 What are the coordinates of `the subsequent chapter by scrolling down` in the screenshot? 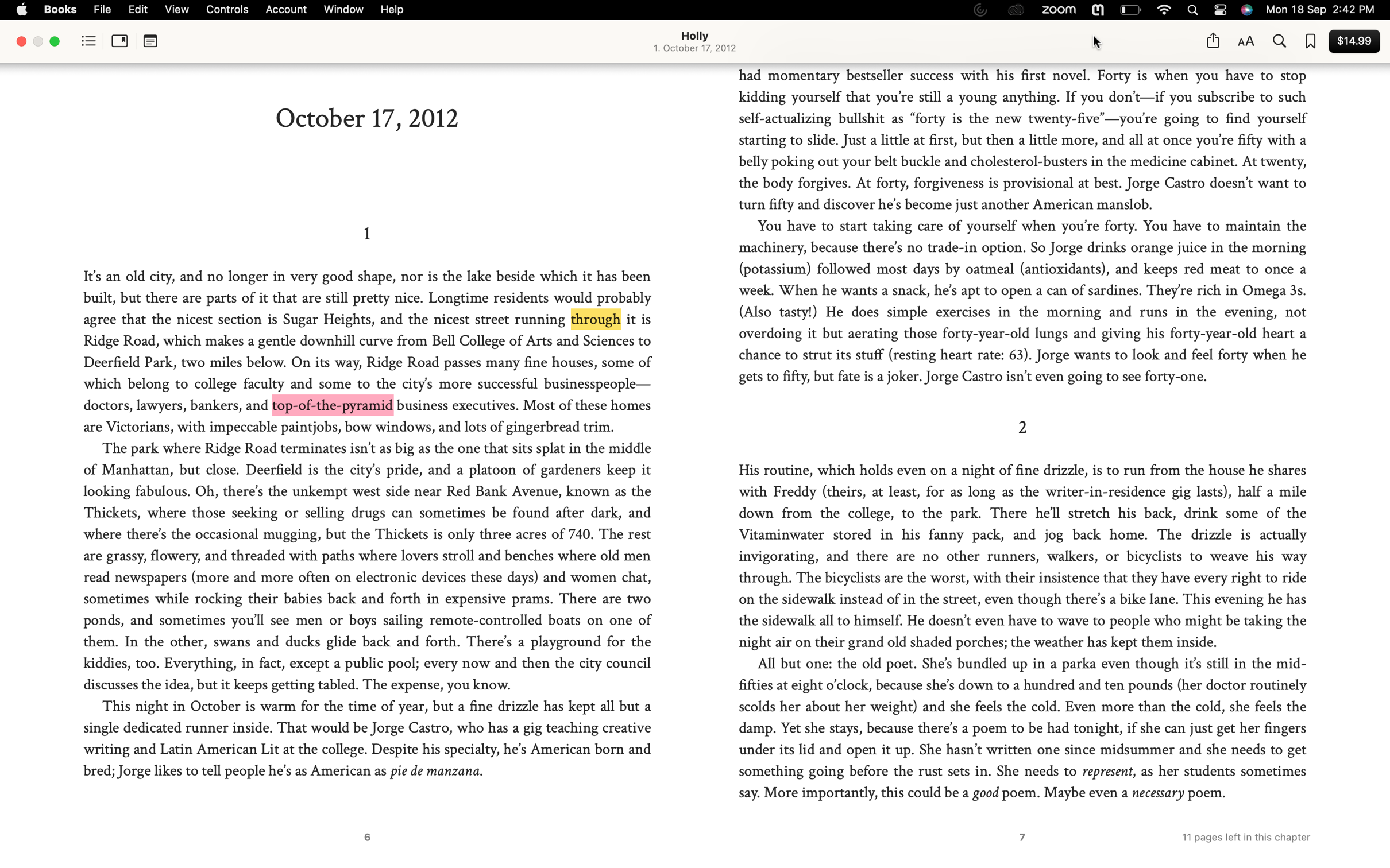 It's located at (289815, 87234).